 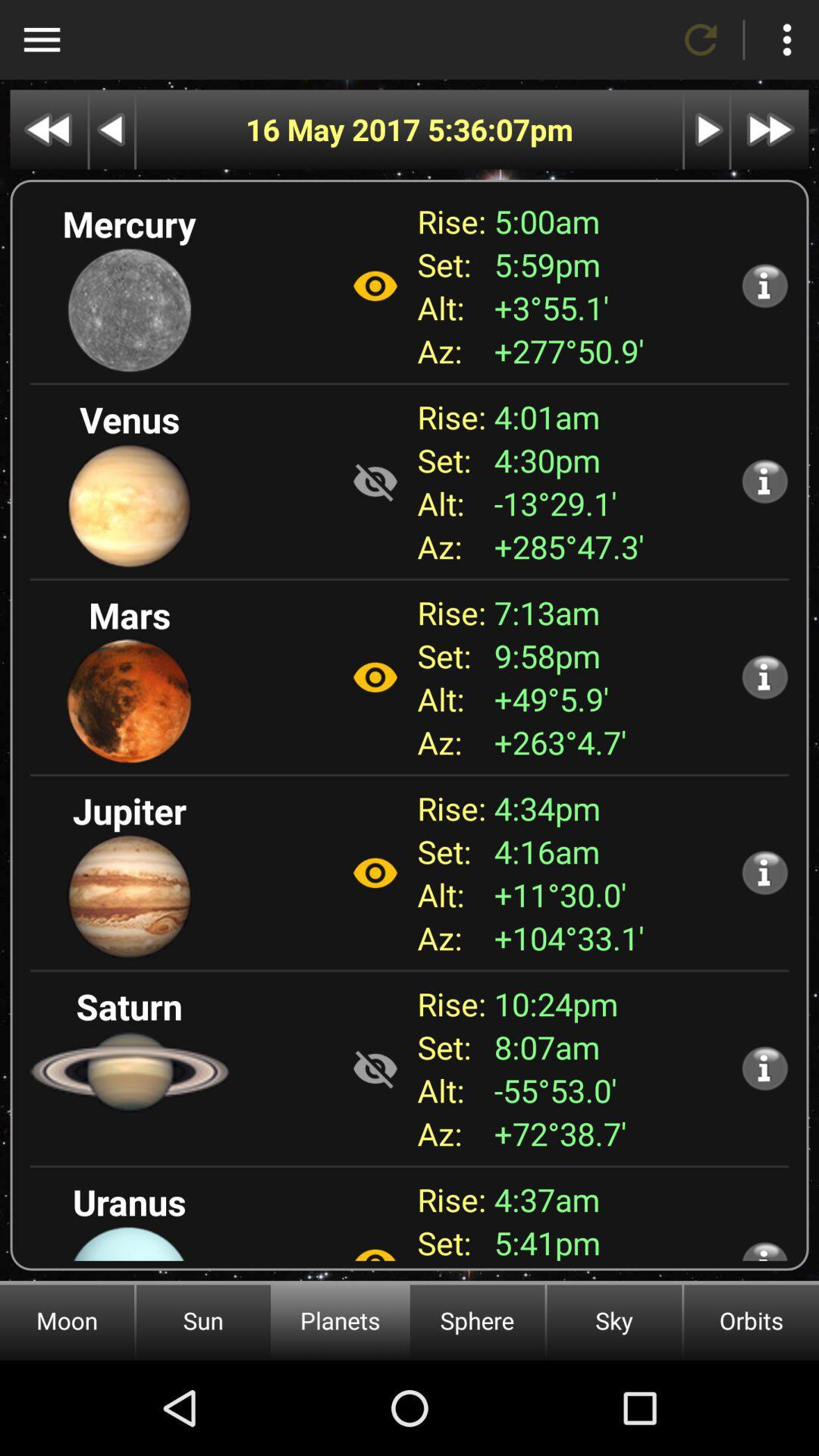 I want to click on information, so click(x=764, y=480).